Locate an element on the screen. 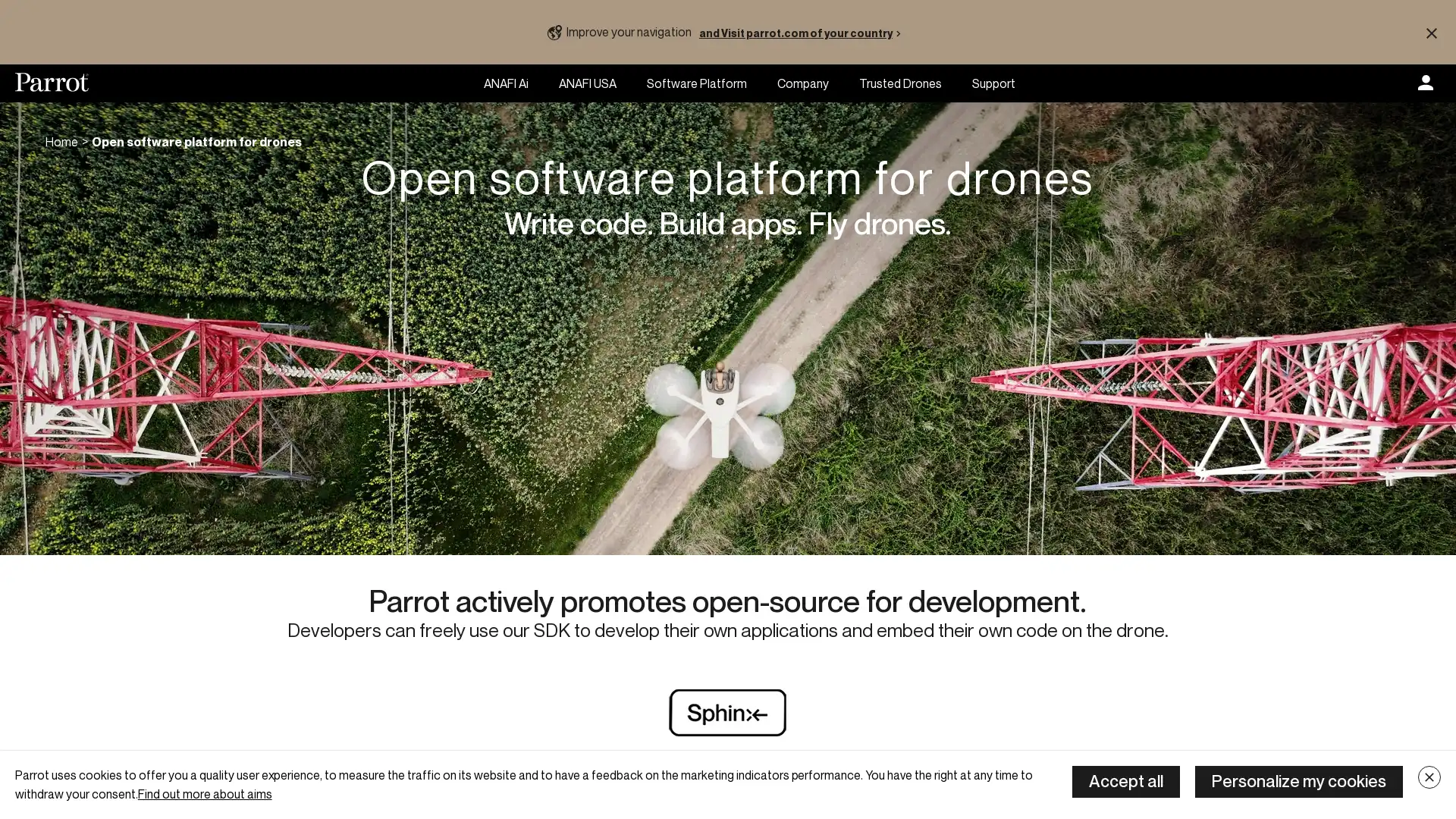  close not-good-shop-alert is located at coordinates (1430, 32).